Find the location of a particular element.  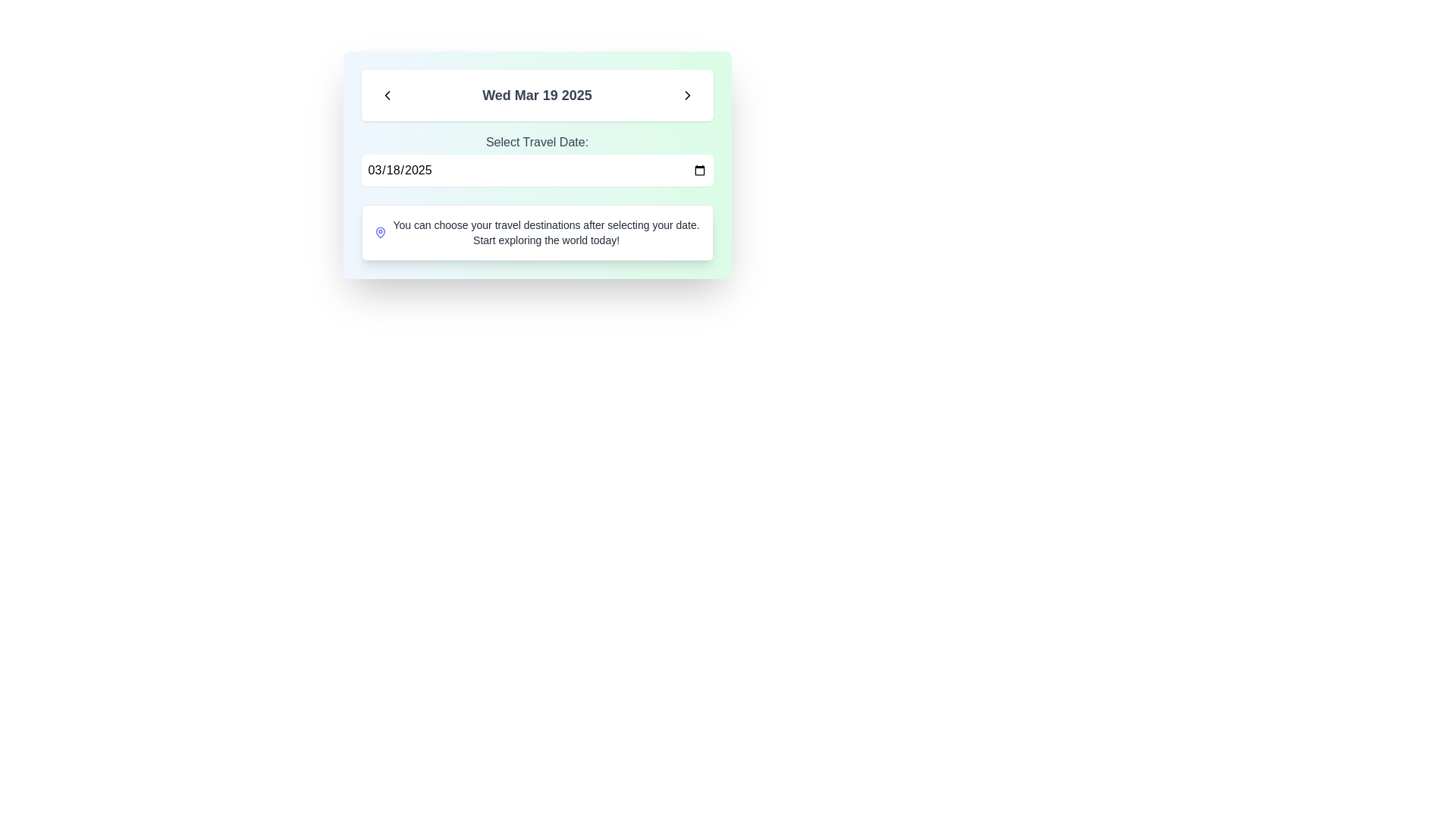

text content that represents a selected date in the date-picker interface, located centrally between navigational arrow icons is located at coordinates (537, 96).